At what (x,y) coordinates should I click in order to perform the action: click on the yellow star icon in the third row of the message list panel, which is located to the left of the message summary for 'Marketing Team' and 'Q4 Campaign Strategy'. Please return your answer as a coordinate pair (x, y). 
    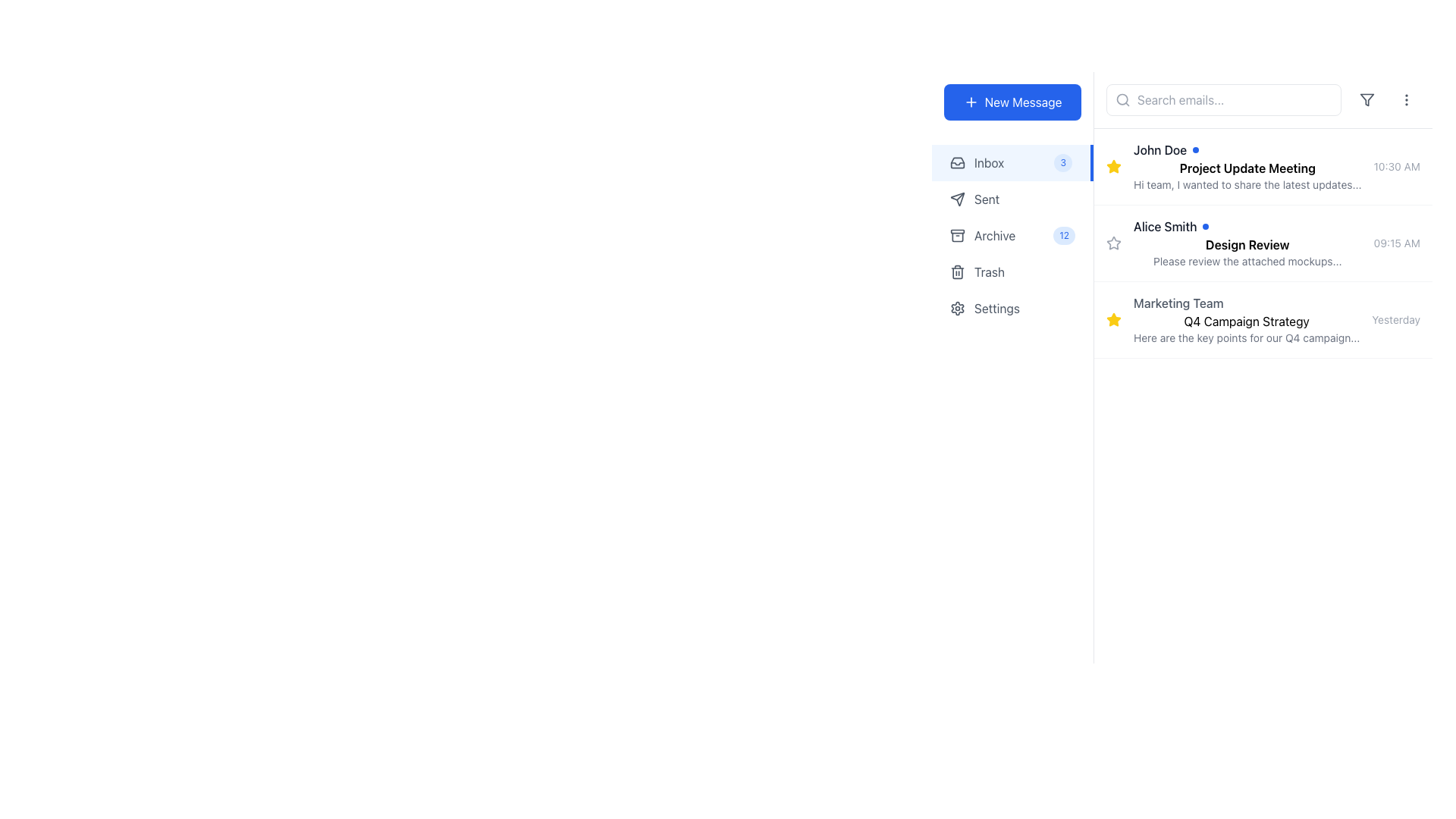
    Looking at the image, I should click on (1113, 318).